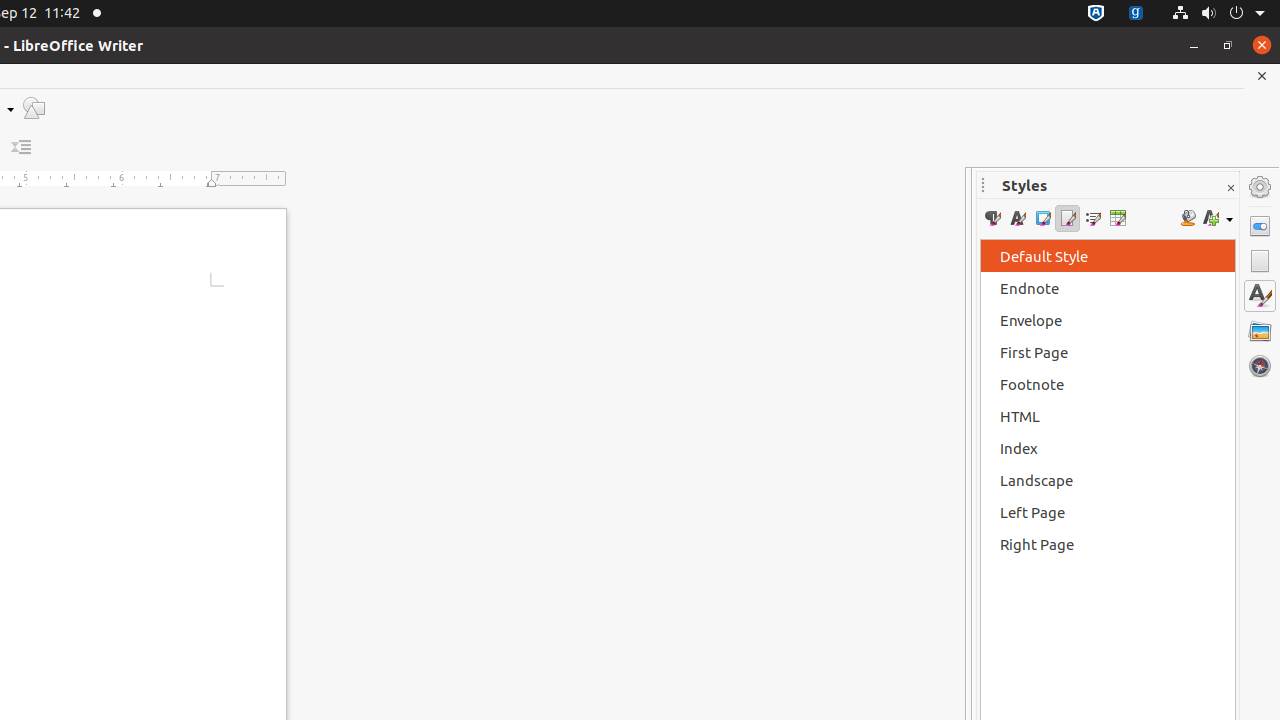 The width and height of the screenshot is (1280, 720). Describe the element at coordinates (1066, 218) in the screenshot. I see `'Page Styles'` at that location.